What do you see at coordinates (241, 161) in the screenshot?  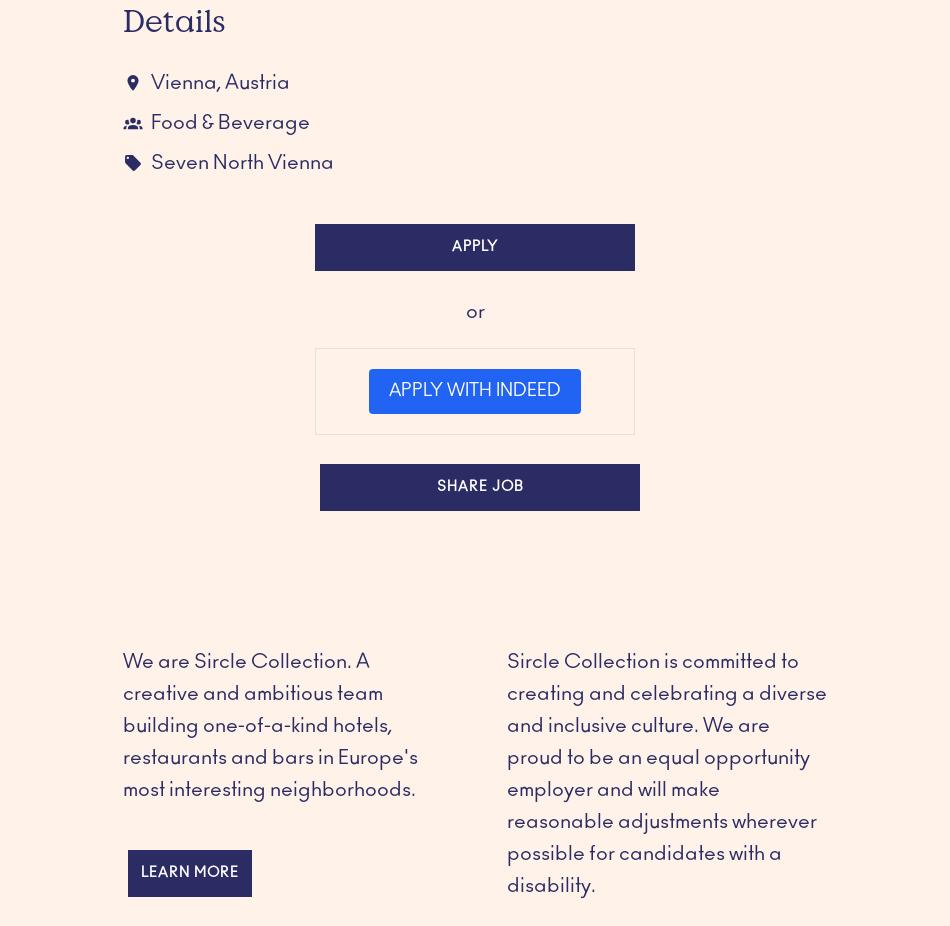 I see `'Seven North Vienna'` at bounding box center [241, 161].